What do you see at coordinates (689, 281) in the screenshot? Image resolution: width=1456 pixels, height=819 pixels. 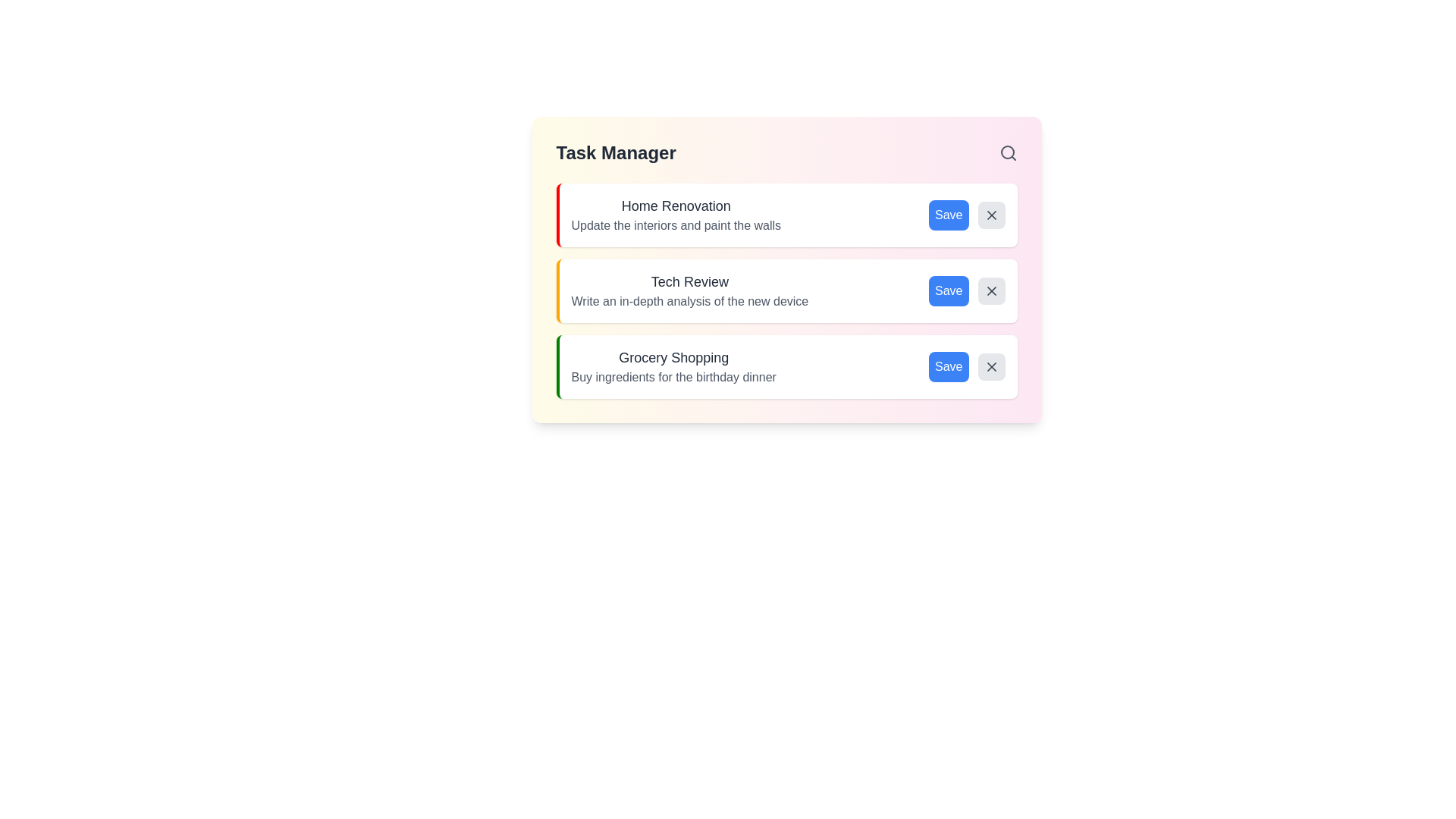 I see `the title of the task item Tech Review` at bounding box center [689, 281].